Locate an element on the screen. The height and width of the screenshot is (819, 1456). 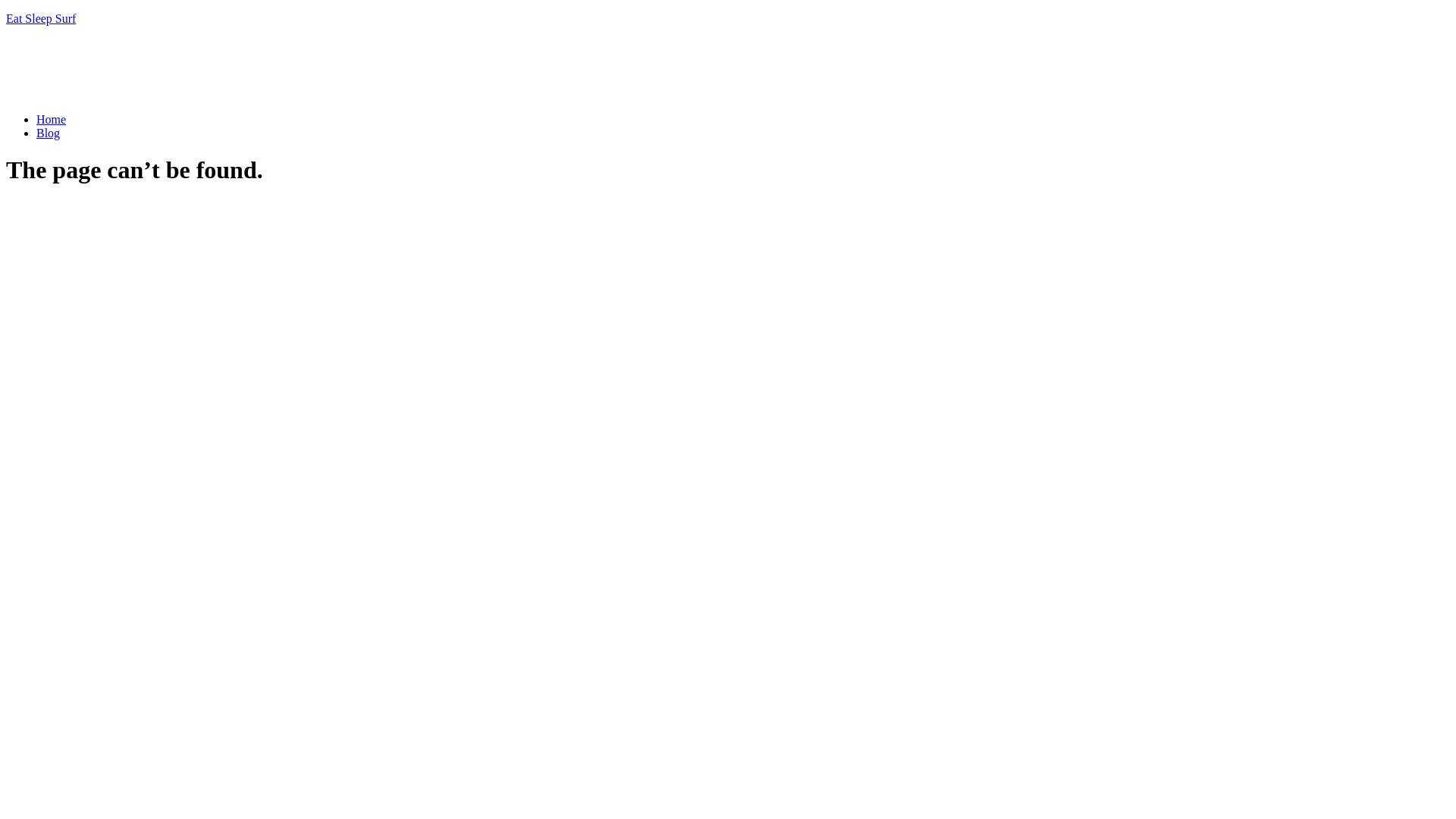
'Eat Sleep Surf' is located at coordinates (40, 18).